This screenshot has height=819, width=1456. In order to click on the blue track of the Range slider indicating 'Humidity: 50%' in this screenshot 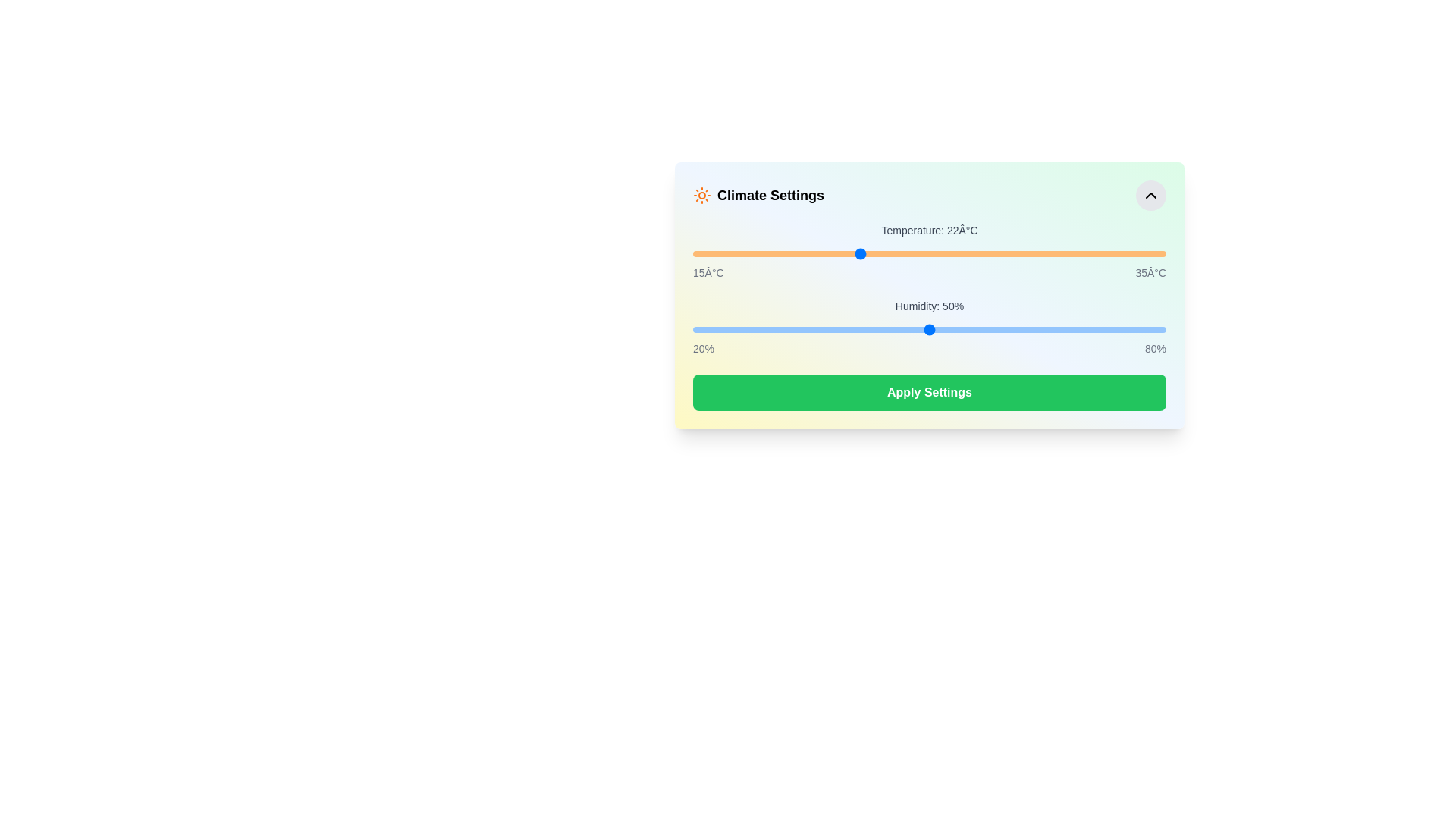, I will do `click(928, 327)`.